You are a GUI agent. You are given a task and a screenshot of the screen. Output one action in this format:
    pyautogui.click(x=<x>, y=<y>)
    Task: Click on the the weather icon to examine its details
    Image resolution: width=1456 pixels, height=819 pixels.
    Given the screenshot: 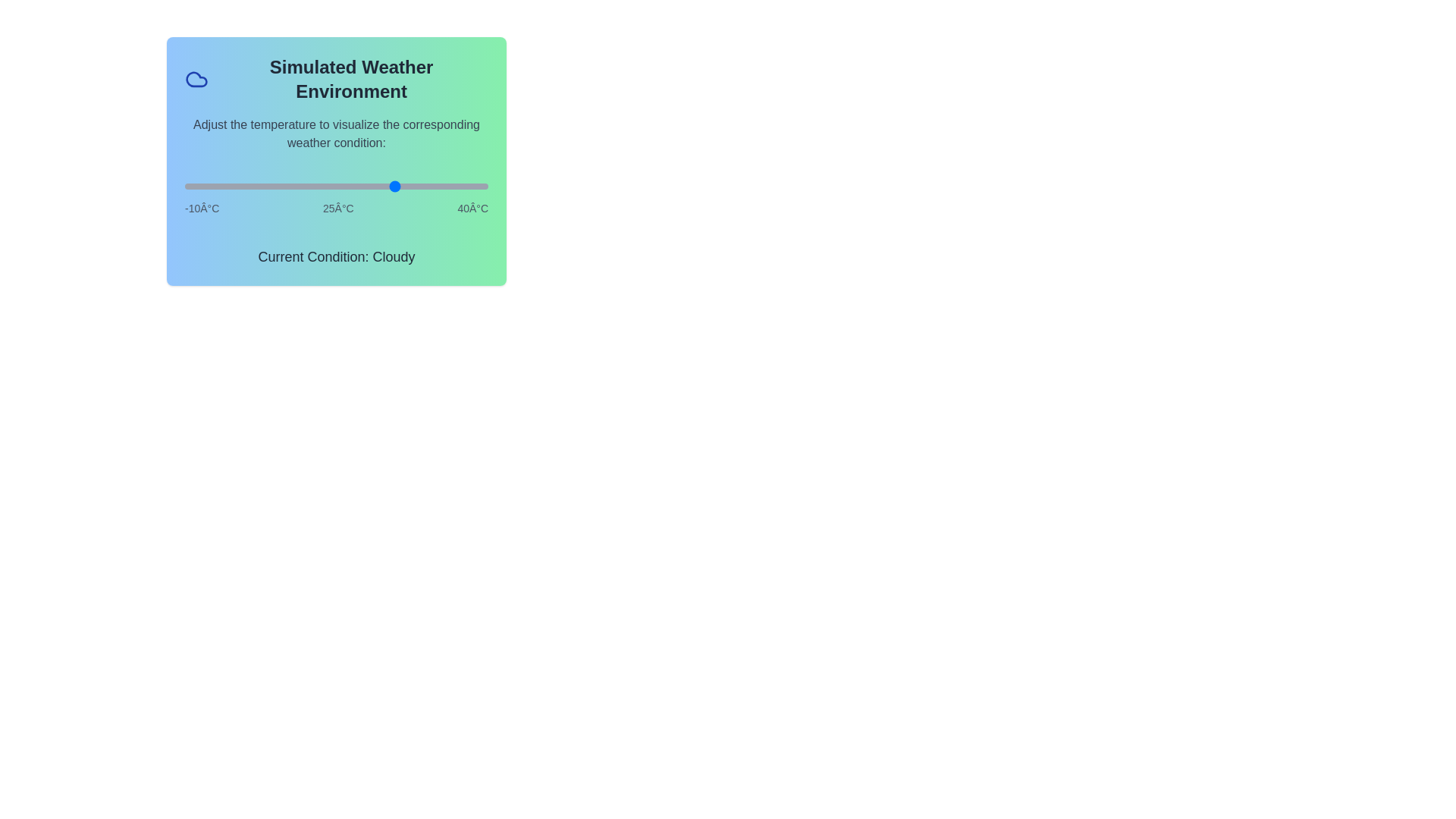 What is the action you would take?
    pyautogui.click(x=196, y=79)
    